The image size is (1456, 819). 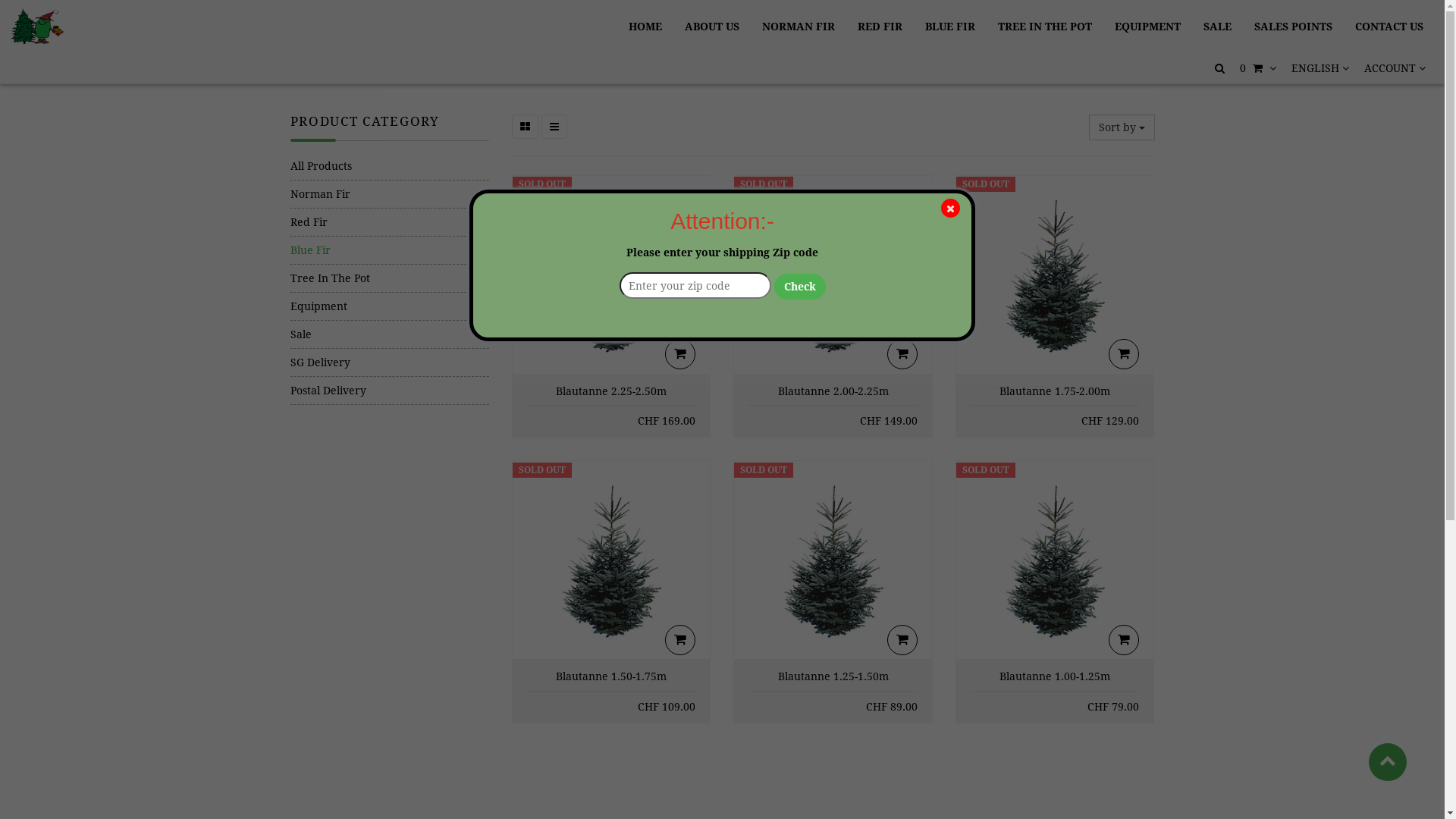 What do you see at coordinates (389, 193) in the screenshot?
I see `'Norman Fir'` at bounding box center [389, 193].